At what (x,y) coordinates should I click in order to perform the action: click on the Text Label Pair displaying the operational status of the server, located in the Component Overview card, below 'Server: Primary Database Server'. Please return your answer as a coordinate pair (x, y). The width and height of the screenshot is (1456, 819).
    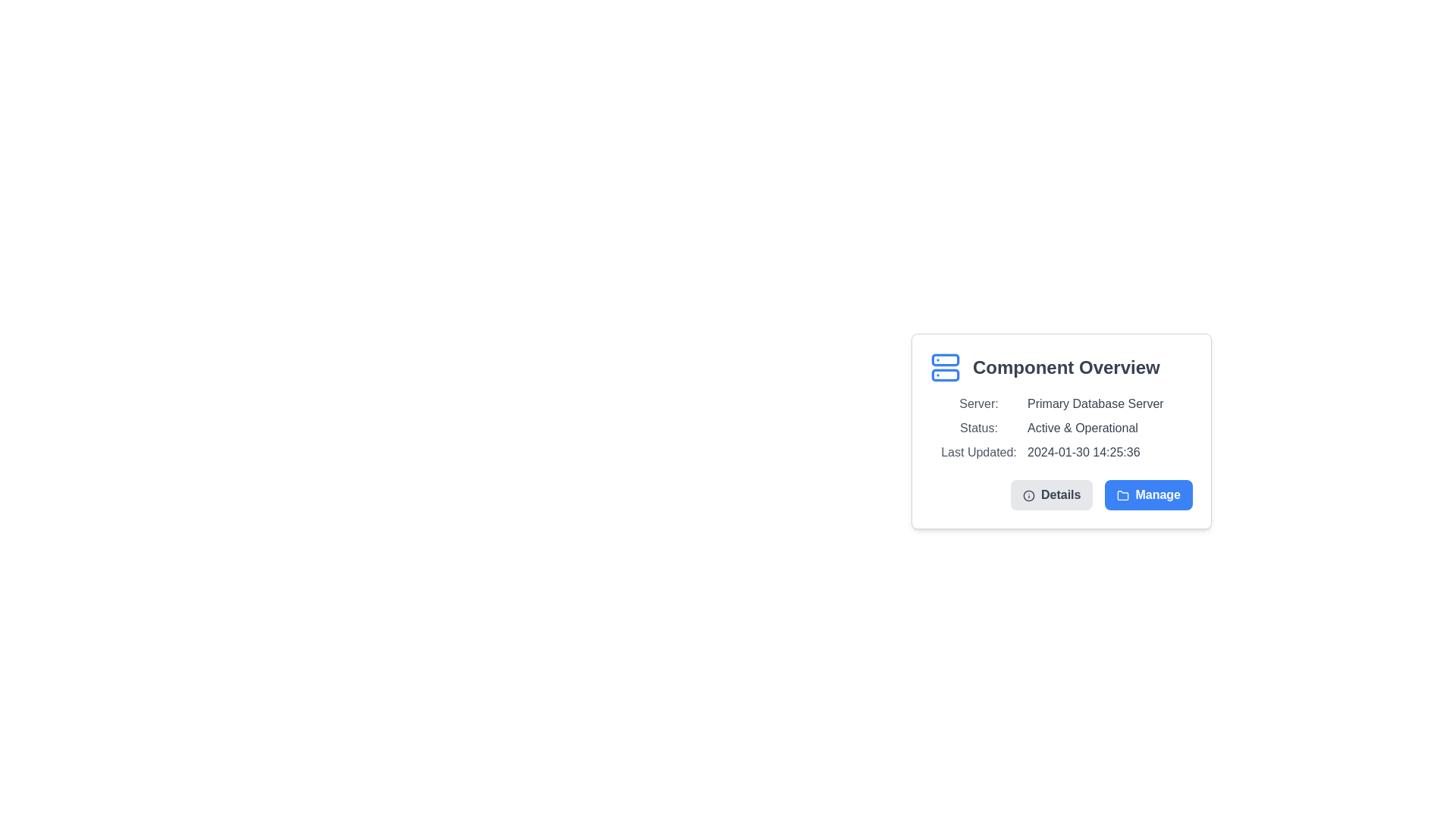
    Looking at the image, I should click on (1061, 428).